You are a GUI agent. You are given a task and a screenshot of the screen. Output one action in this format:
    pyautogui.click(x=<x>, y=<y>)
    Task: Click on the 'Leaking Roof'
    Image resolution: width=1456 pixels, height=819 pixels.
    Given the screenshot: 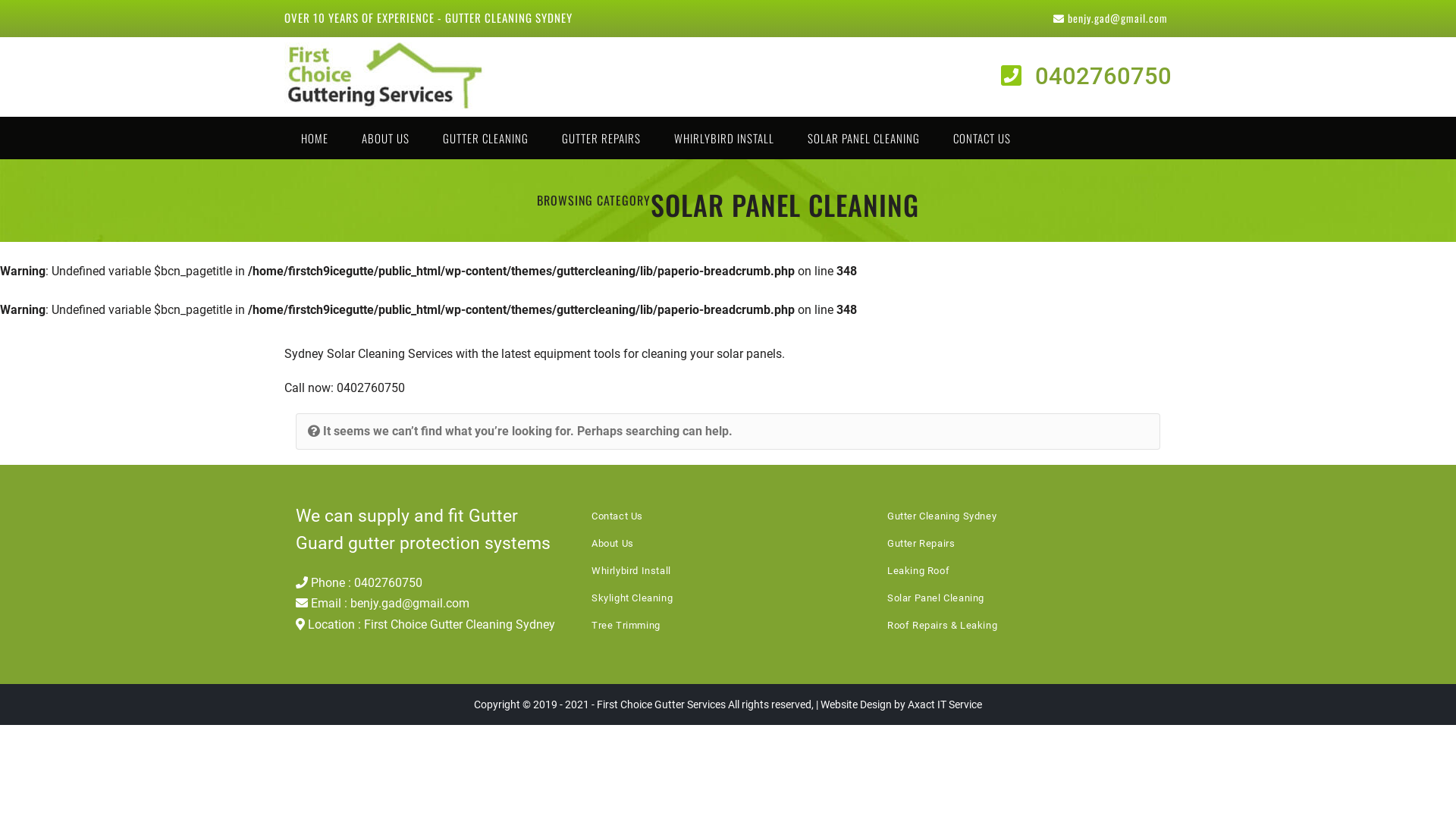 What is the action you would take?
    pyautogui.click(x=887, y=570)
    